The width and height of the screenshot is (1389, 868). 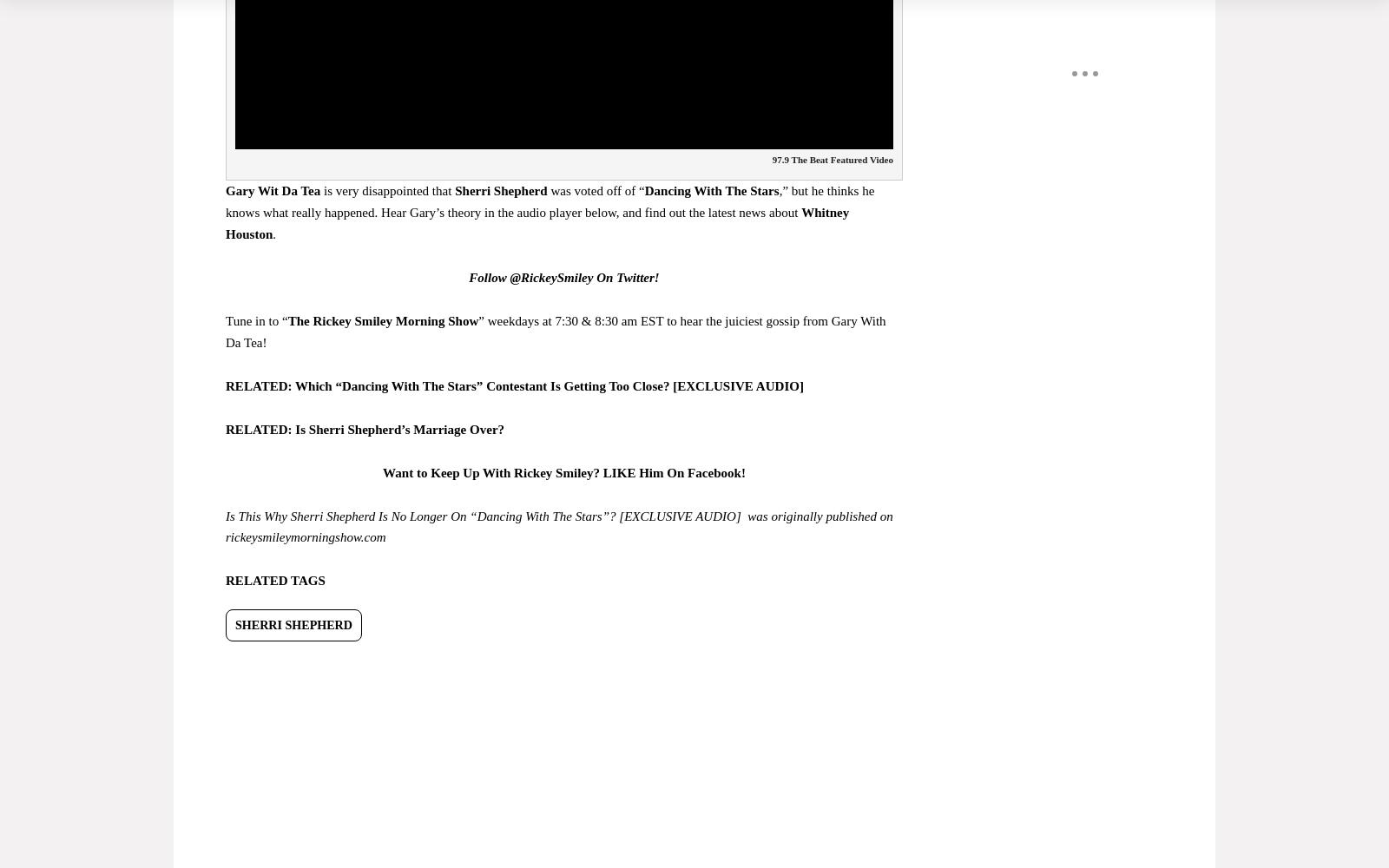 I want to click on 'Sherri Shepherd', so click(x=499, y=190).